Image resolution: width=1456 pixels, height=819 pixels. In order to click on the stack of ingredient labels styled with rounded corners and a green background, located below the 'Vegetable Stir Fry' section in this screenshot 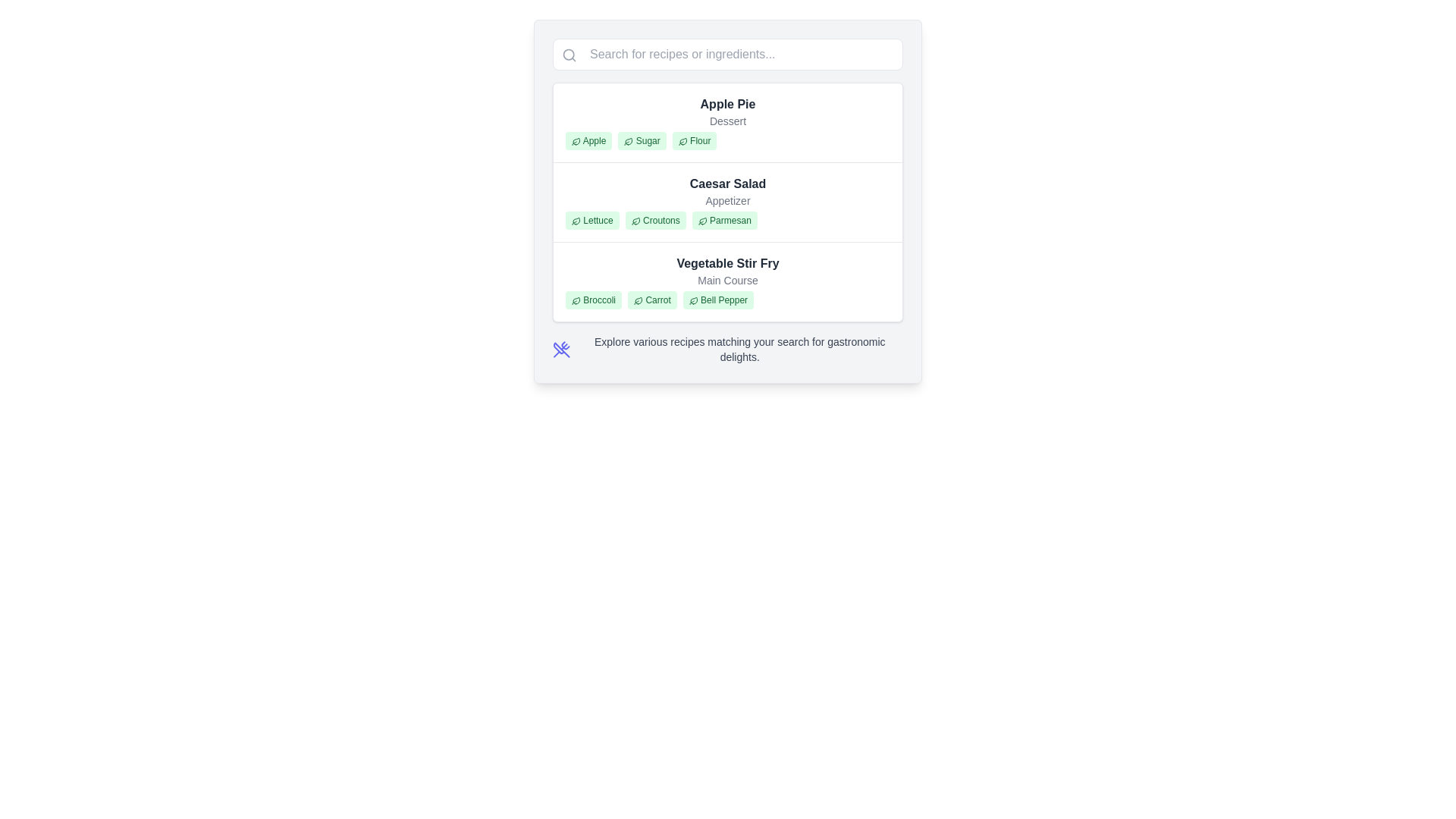, I will do `click(728, 300)`.